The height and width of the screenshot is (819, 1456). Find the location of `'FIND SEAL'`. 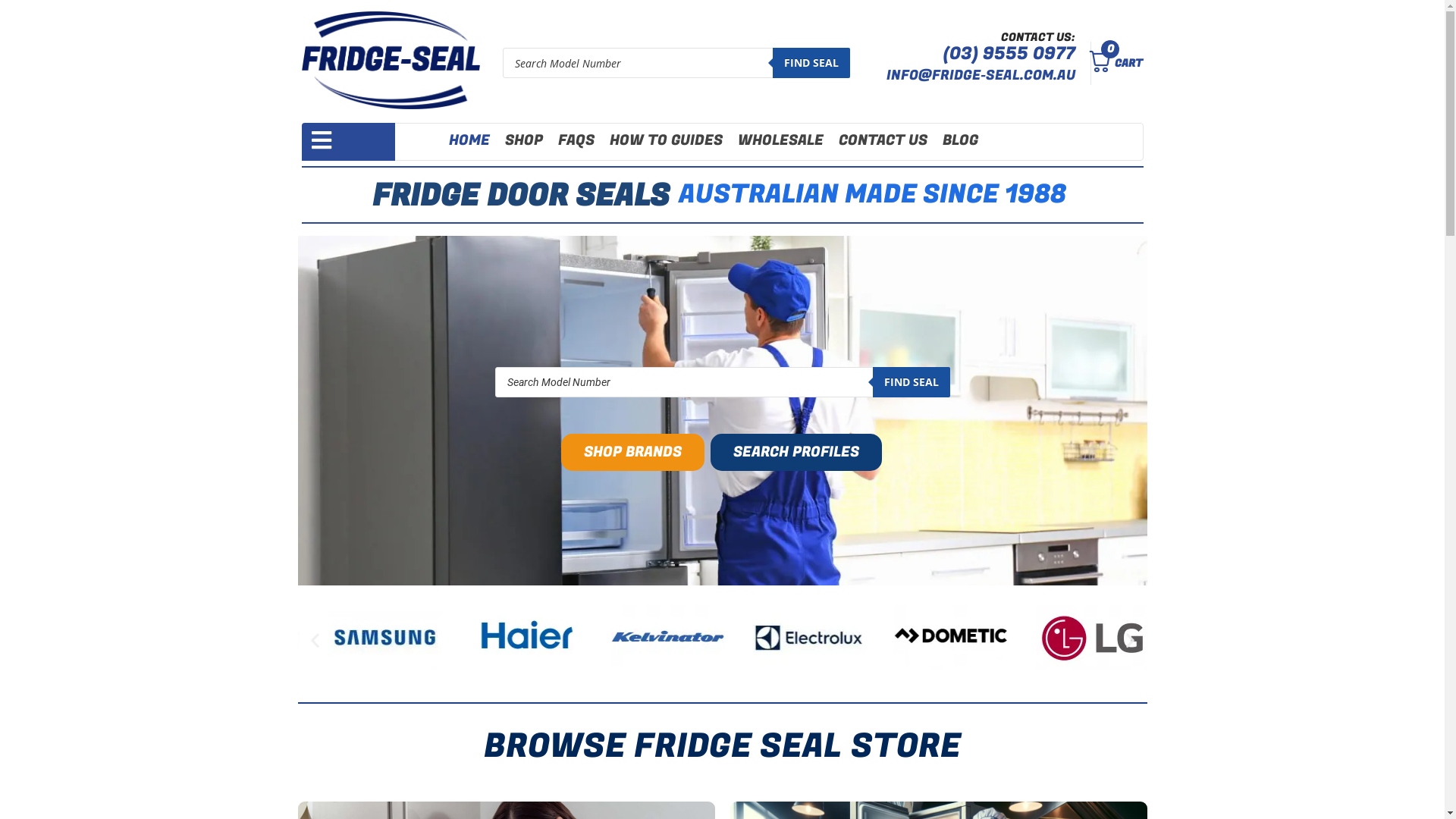

'FIND SEAL' is located at coordinates (811, 62).